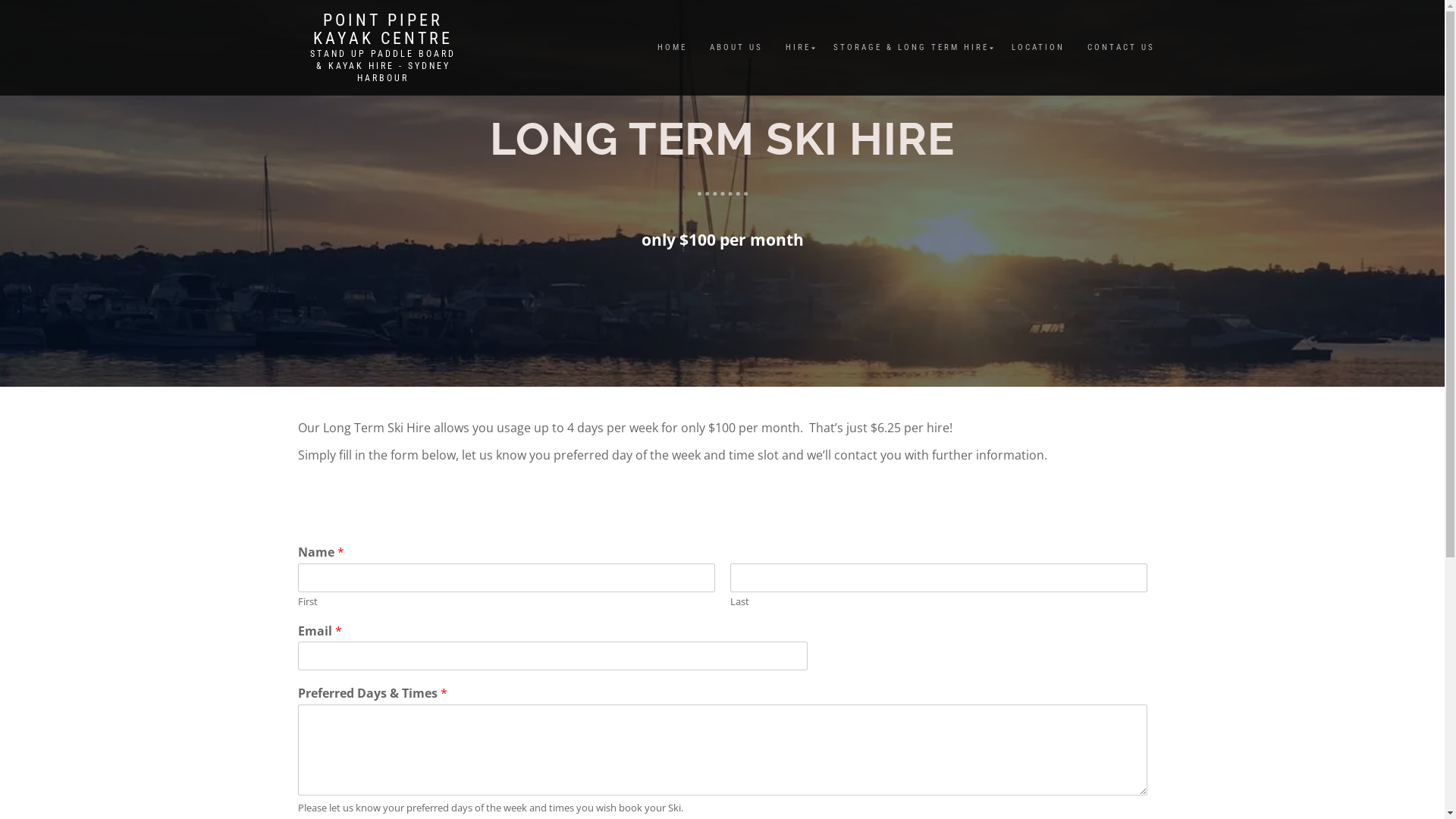 Image resolution: width=1456 pixels, height=819 pixels. I want to click on 'STORAGE & LONG TERM HIRE', so click(910, 46).